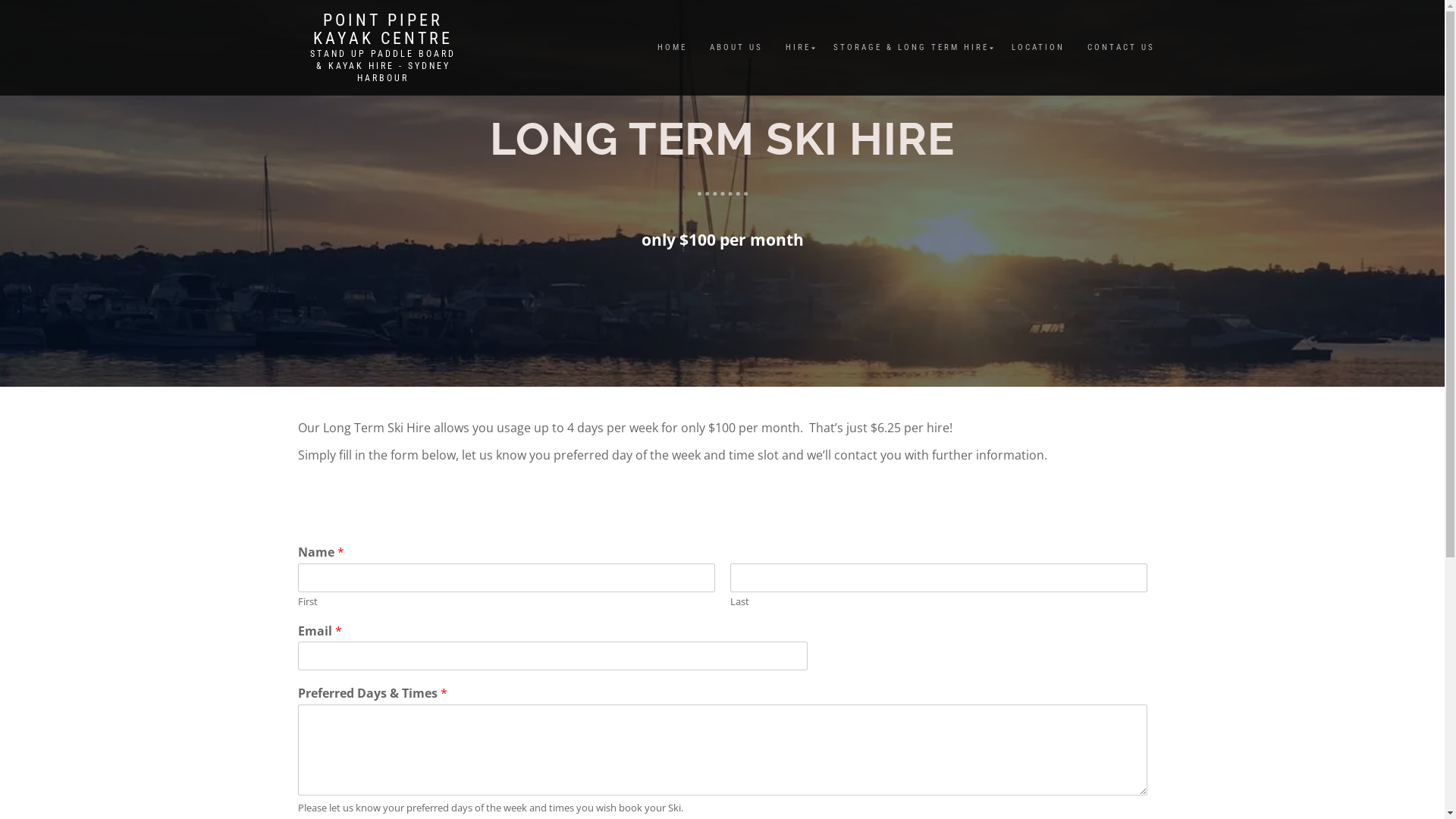 Image resolution: width=1456 pixels, height=819 pixels. I want to click on 'STORAGE & LONG TERM HIRE', so click(910, 46).